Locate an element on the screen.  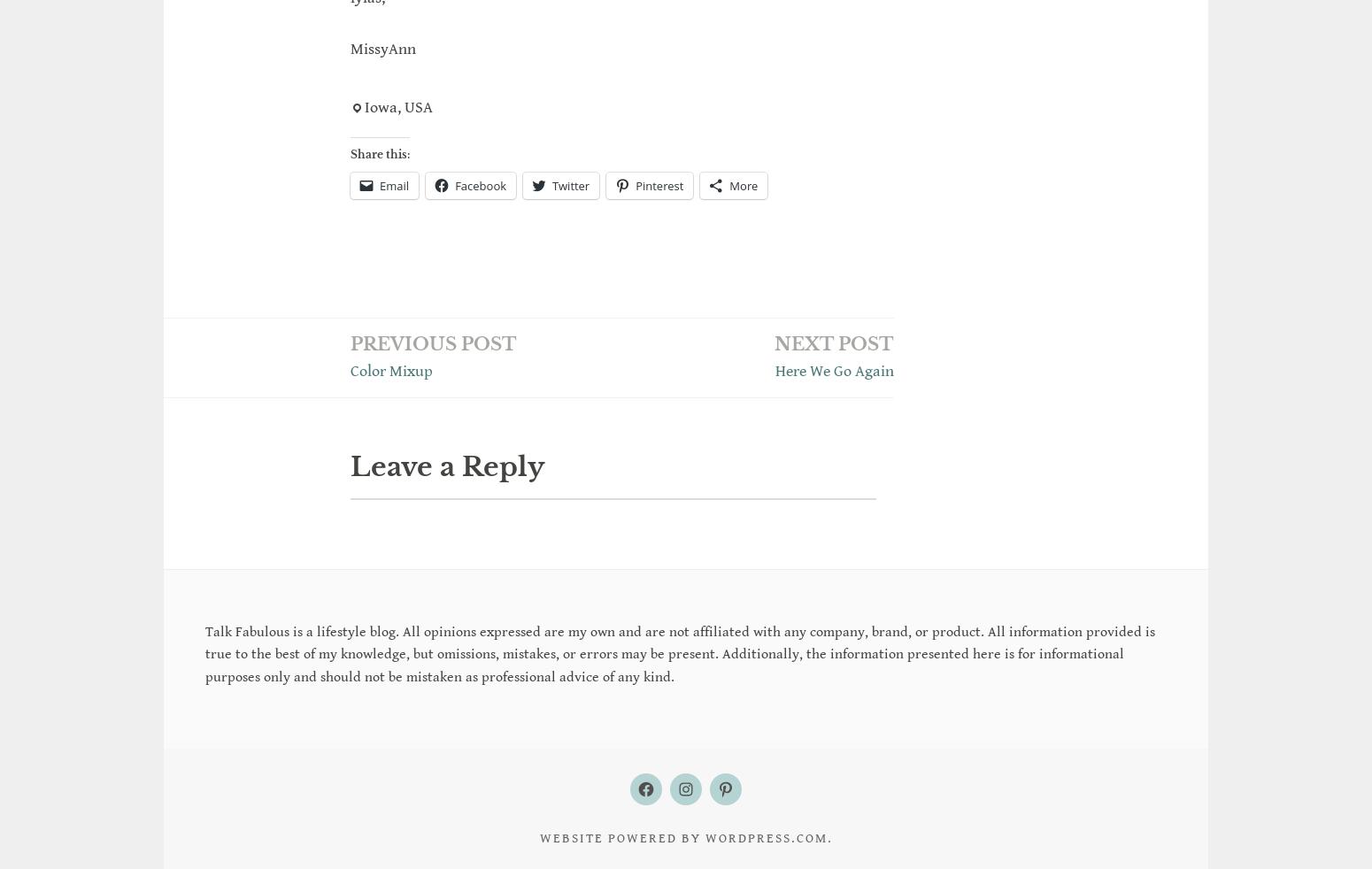
'Here We Go Again' is located at coordinates (834, 370).